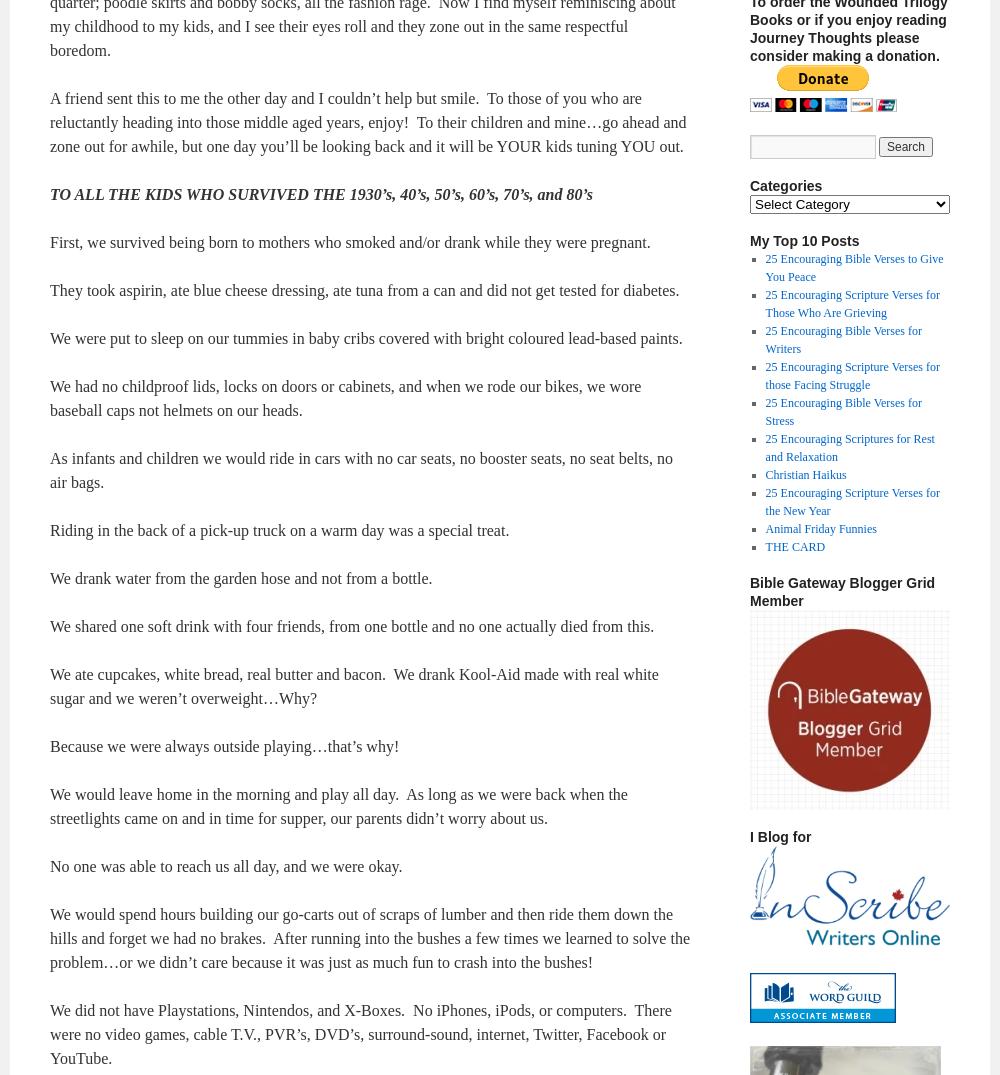 The image size is (1000, 1075). What do you see at coordinates (842, 411) in the screenshot?
I see `'25 Encouraging Bible Verses for Stress'` at bounding box center [842, 411].